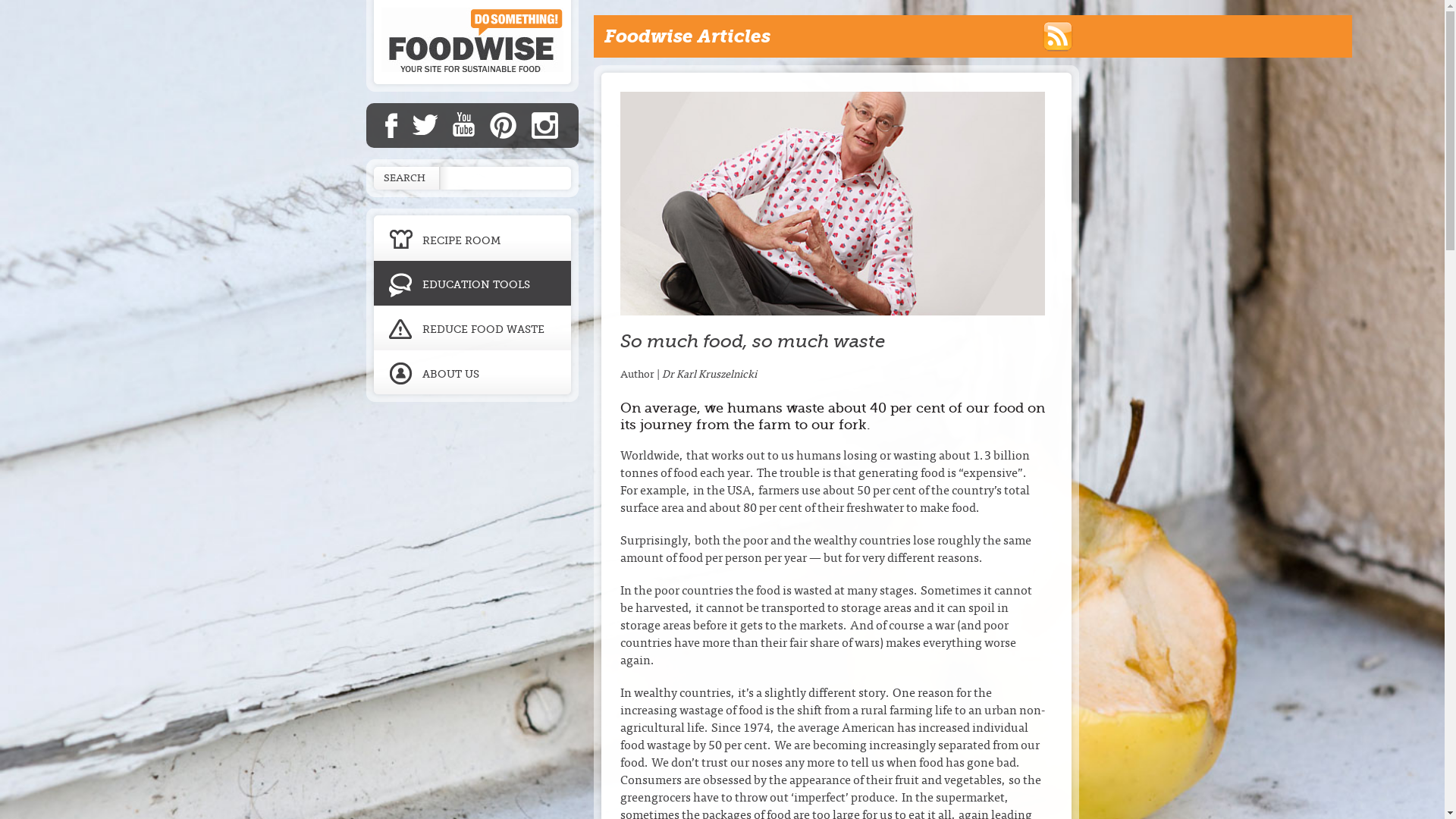  What do you see at coordinates (471, 375) in the screenshot?
I see `'ABOUT US'` at bounding box center [471, 375].